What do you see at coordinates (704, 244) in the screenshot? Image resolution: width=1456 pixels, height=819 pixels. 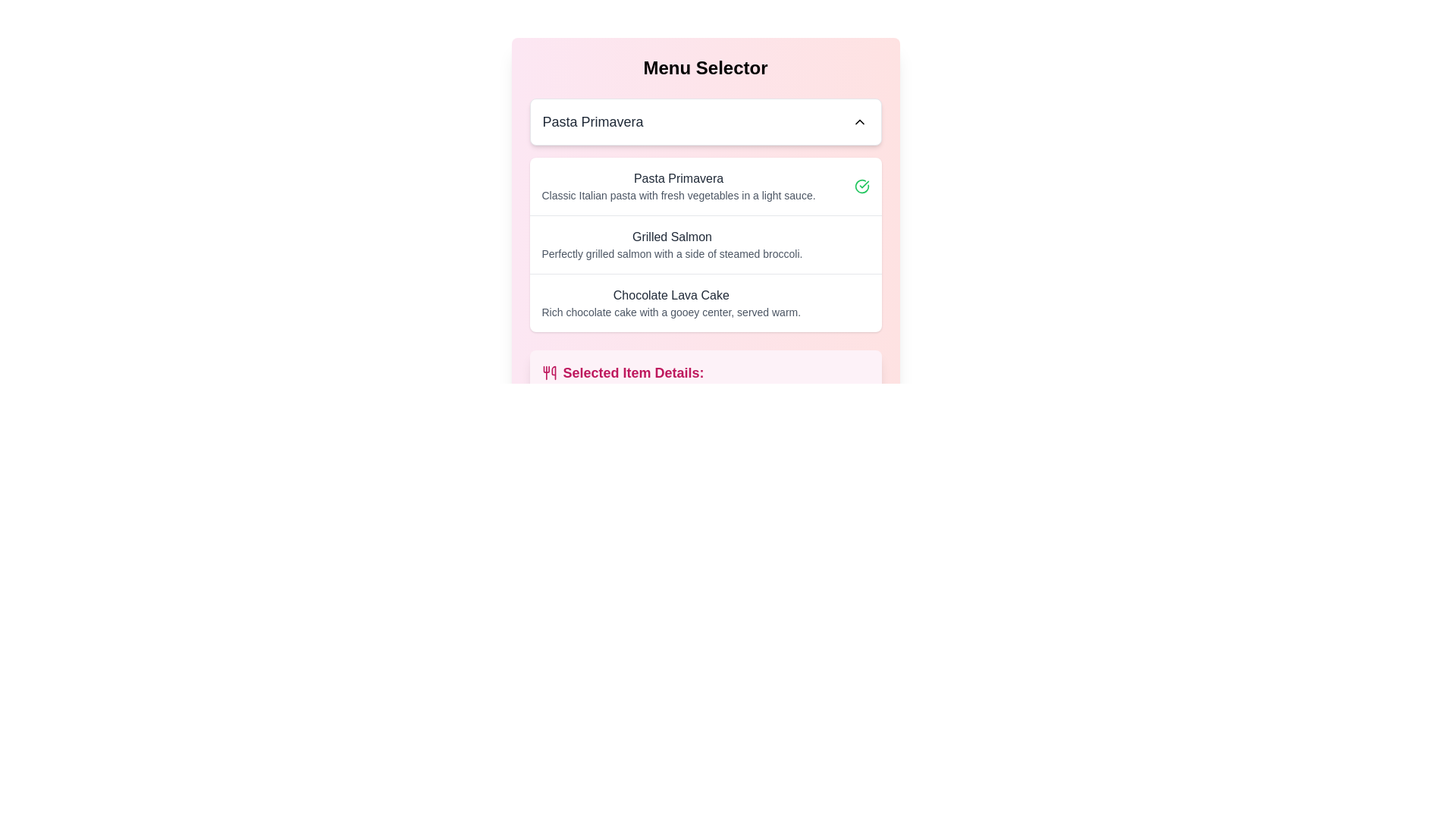 I see `within the food items list component to focus, which includes options like 'Pasta Primavera', 'Grilled Salmon', and 'Chocolate Lava Cake'` at bounding box center [704, 244].